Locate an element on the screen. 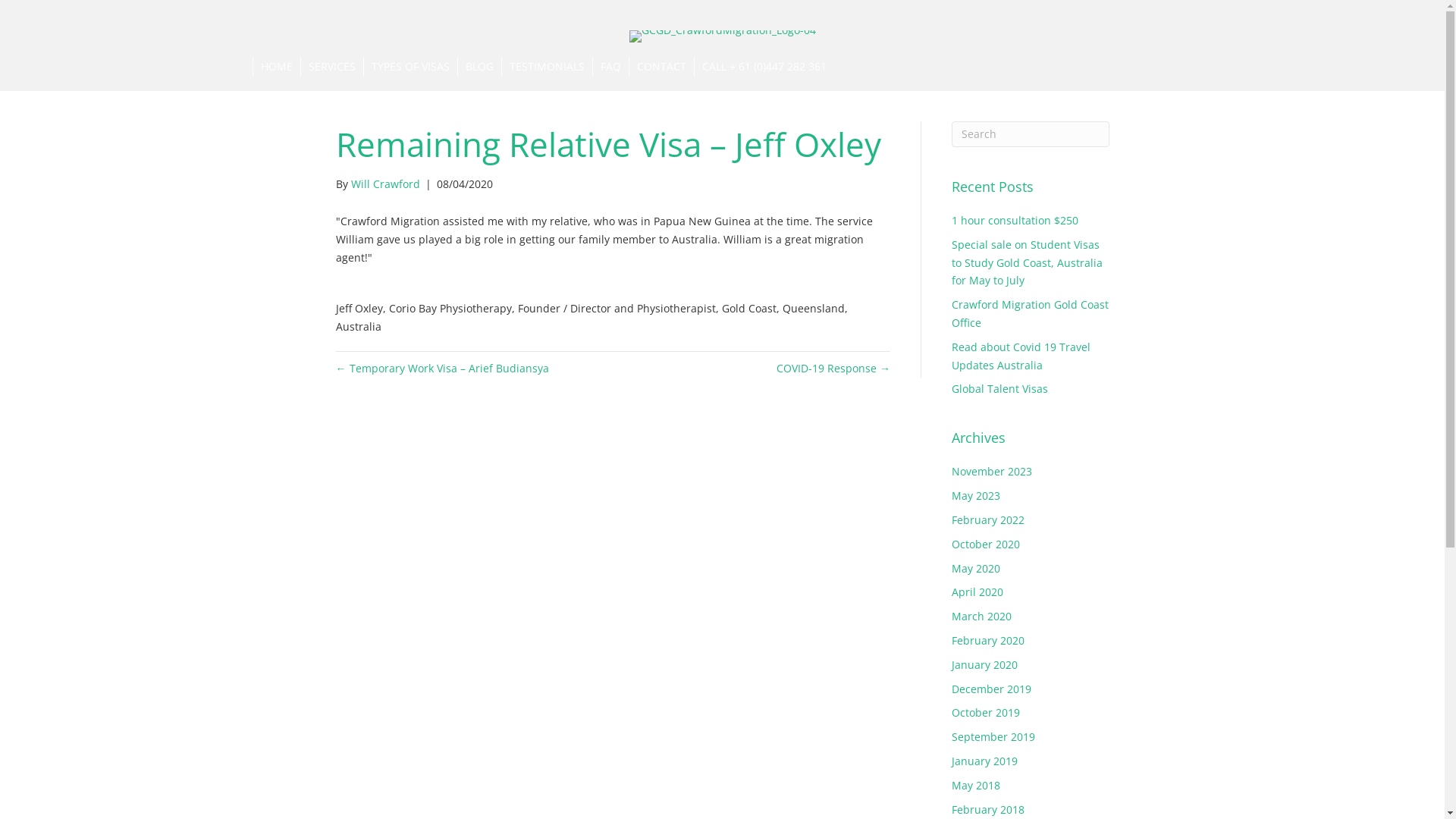  'Will Crawford' is located at coordinates (384, 183).